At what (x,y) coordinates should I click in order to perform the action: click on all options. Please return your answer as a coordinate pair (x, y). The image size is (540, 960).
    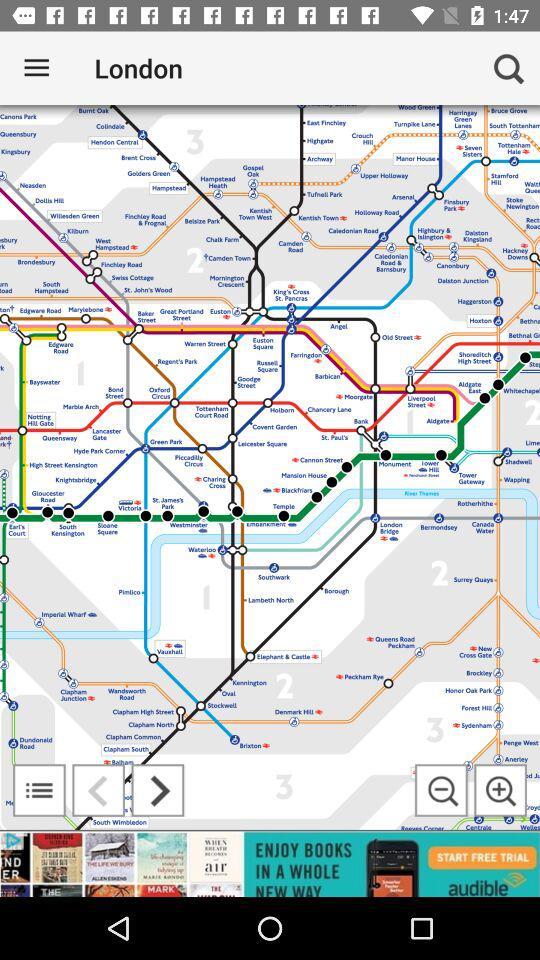
    Looking at the image, I should click on (39, 790).